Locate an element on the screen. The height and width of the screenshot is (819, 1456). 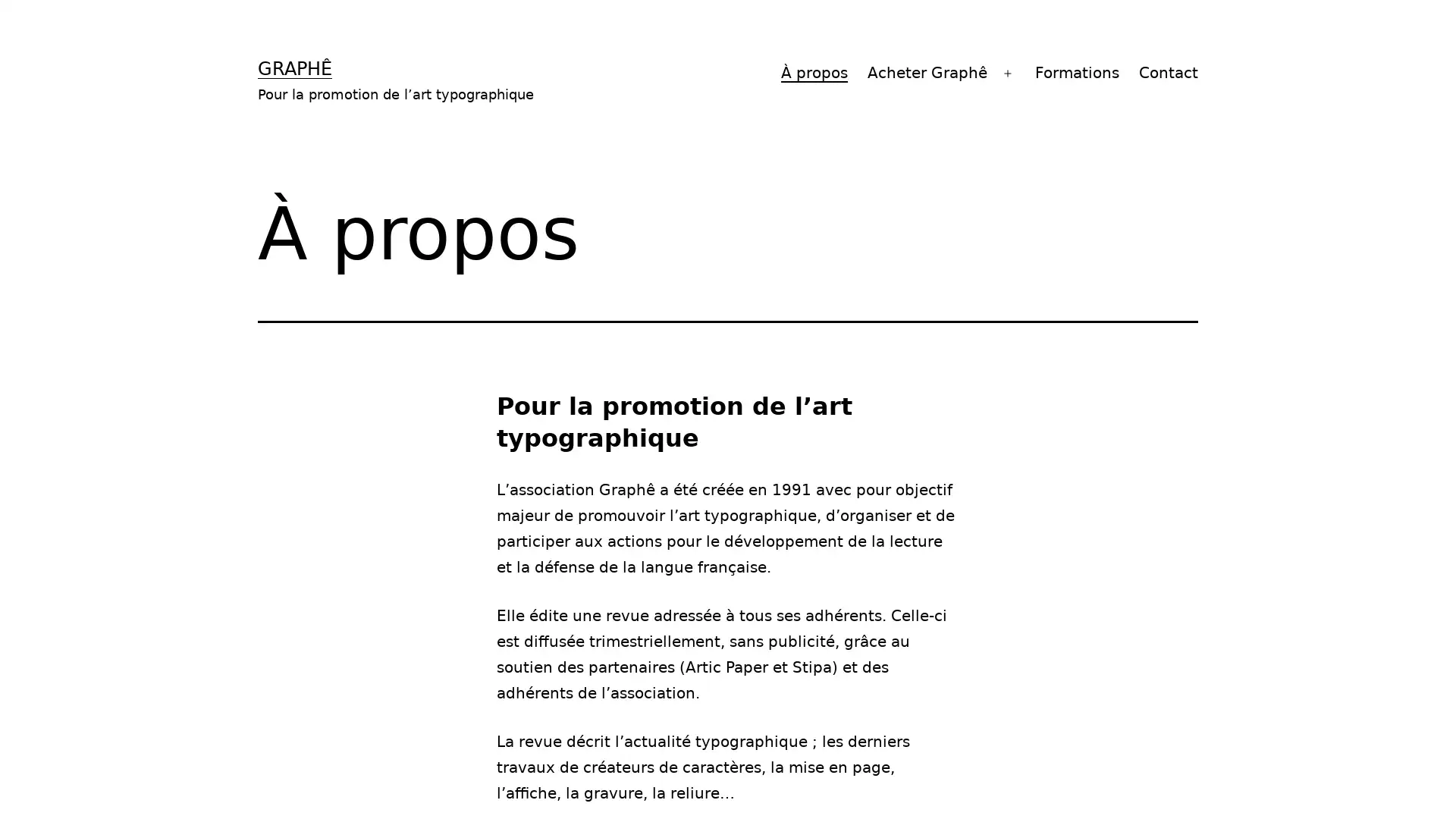
Ouvrir le menu is located at coordinates (1008, 73).